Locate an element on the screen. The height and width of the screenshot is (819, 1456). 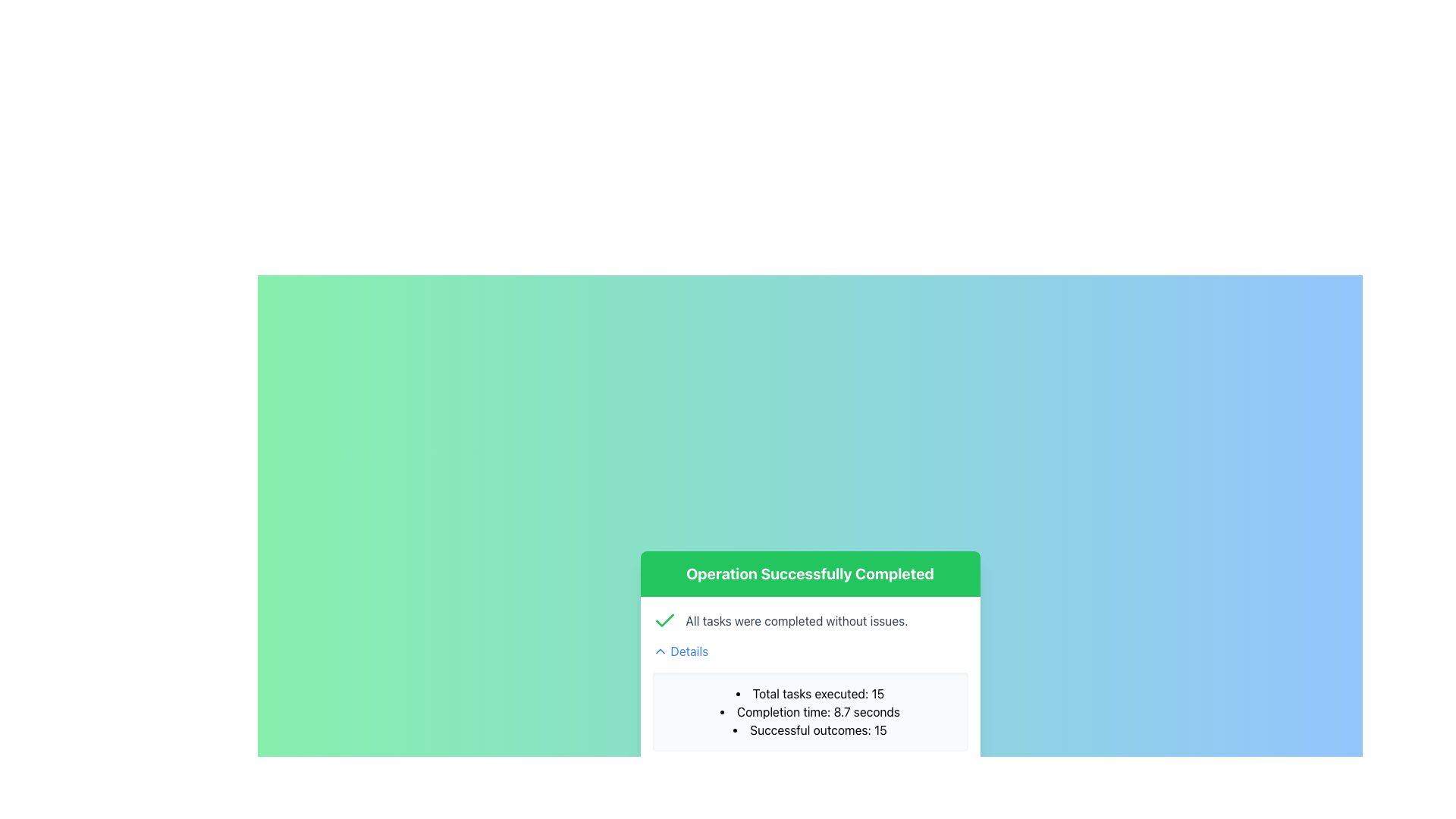
the status message indicating that all tasks have been successfully completed, located under the 'Operation Successfully Completed' header and next to the green checkmark icon is located at coordinates (796, 620).